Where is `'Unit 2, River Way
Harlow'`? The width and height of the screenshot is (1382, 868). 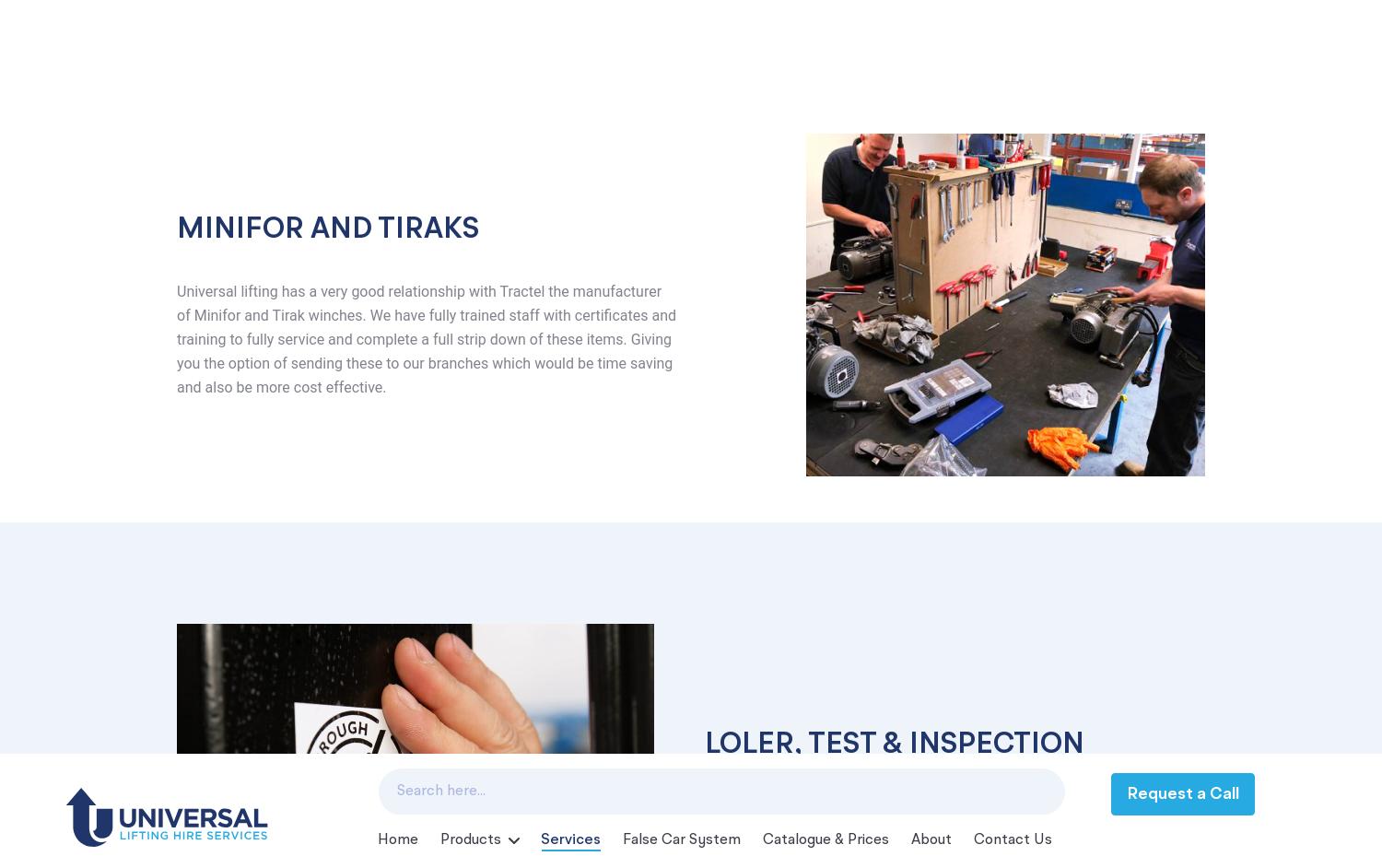 'Unit 2, River Way
Harlow' is located at coordinates (290, 578).